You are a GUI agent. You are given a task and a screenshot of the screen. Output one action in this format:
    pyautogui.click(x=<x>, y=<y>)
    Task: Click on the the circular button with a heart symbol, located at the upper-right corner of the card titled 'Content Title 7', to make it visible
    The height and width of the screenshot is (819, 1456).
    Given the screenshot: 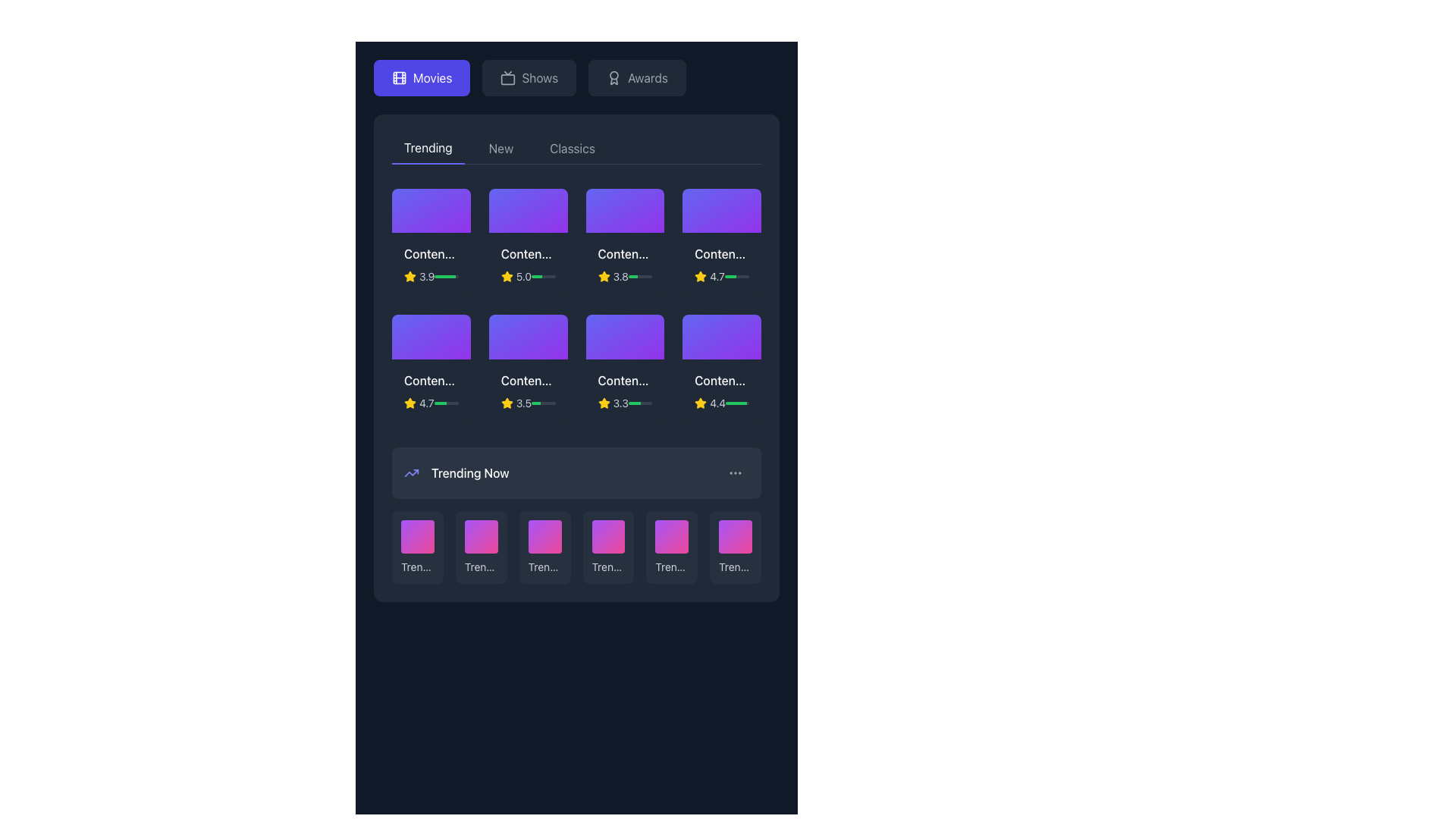 What is the action you would take?
    pyautogui.click(x=649, y=329)
    